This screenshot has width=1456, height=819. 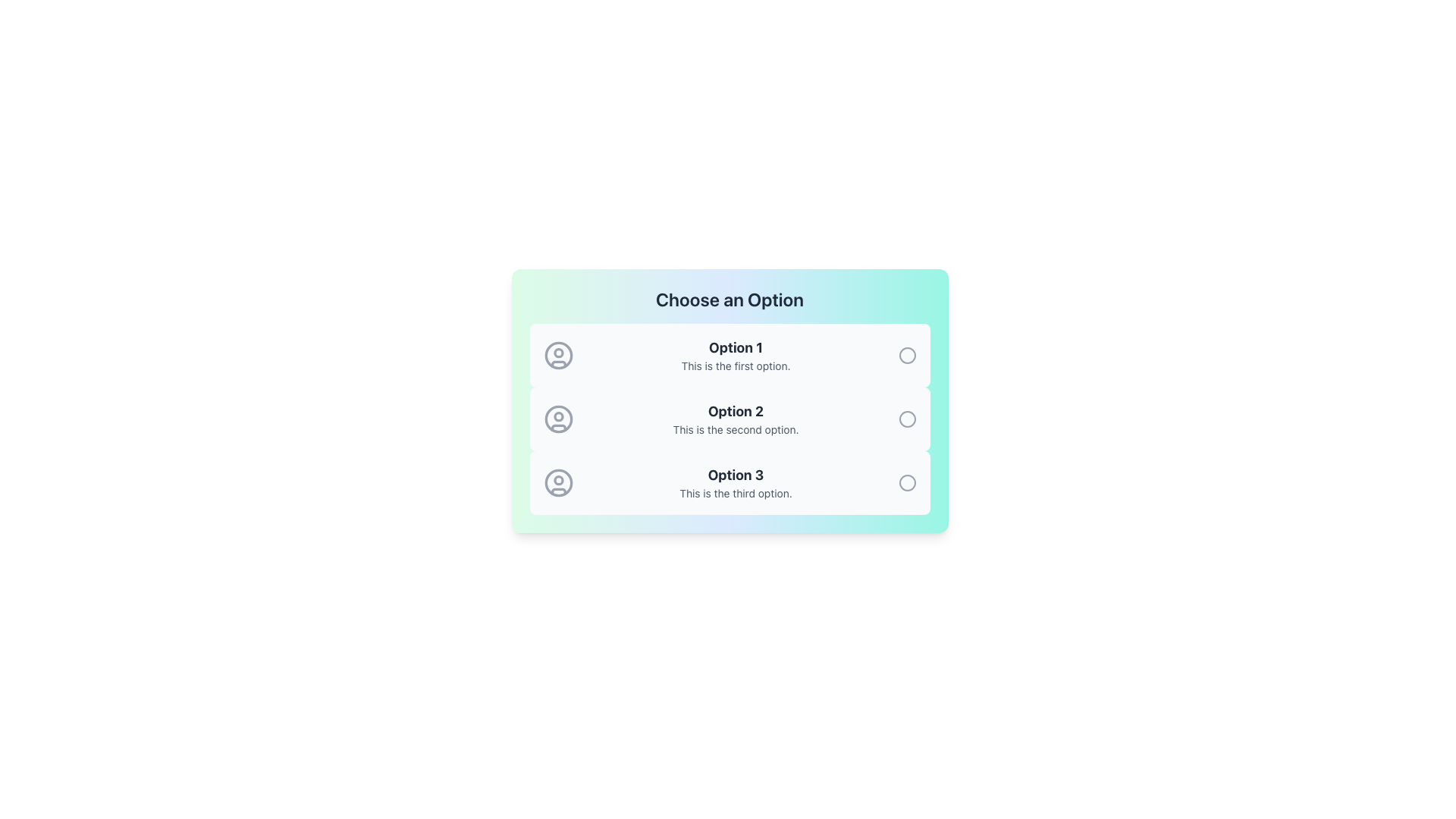 What do you see at coordinates (907, 482) in the screenshot?
I see `the Radio Button located to the right of 'Option 3' in the list` at bounding box center [907, 482].